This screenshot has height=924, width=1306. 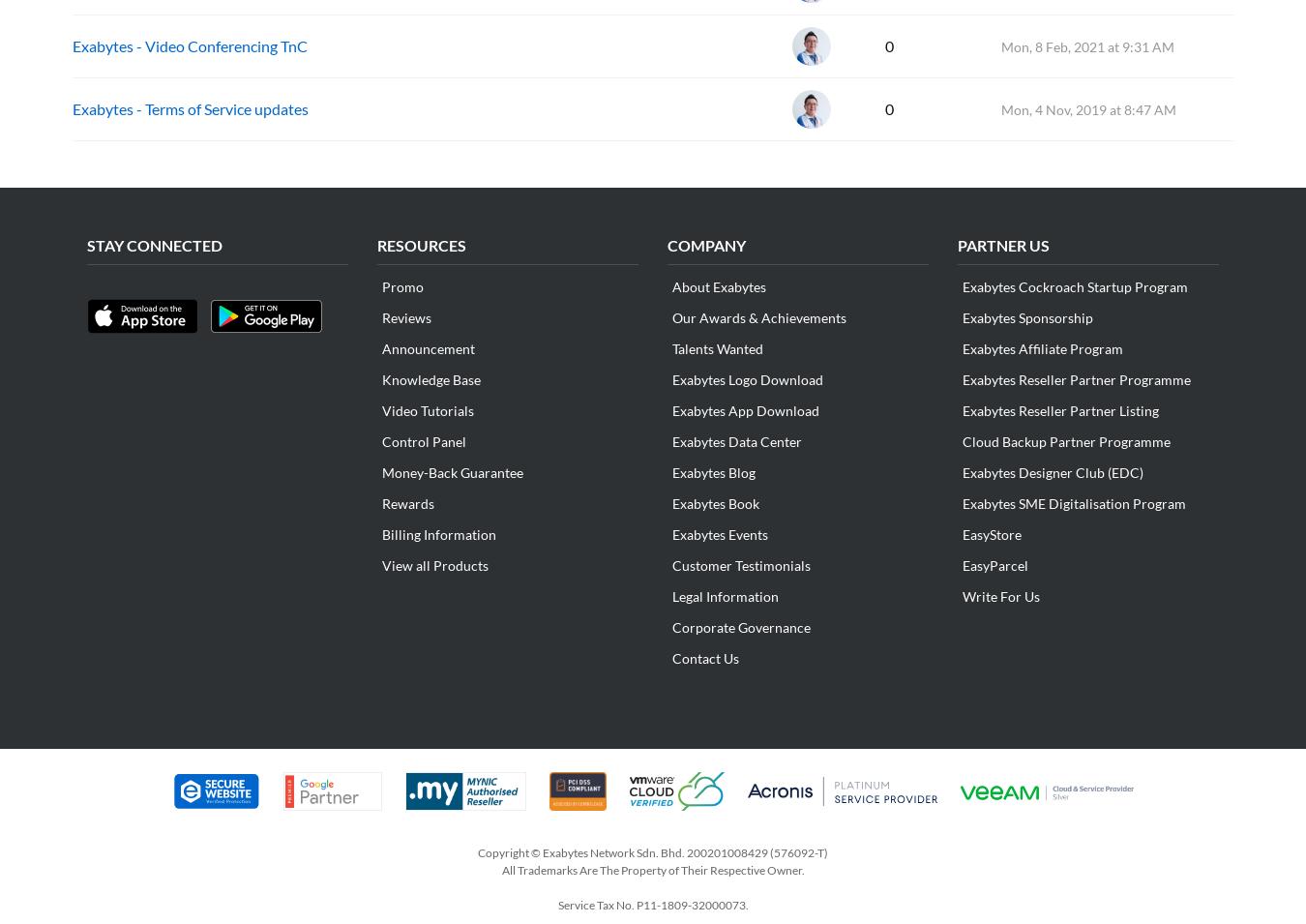 What do you see at coordinates (382, 409) in the screenshot?
I see `'Video Tutorials'` at bounding box center [382, 409].